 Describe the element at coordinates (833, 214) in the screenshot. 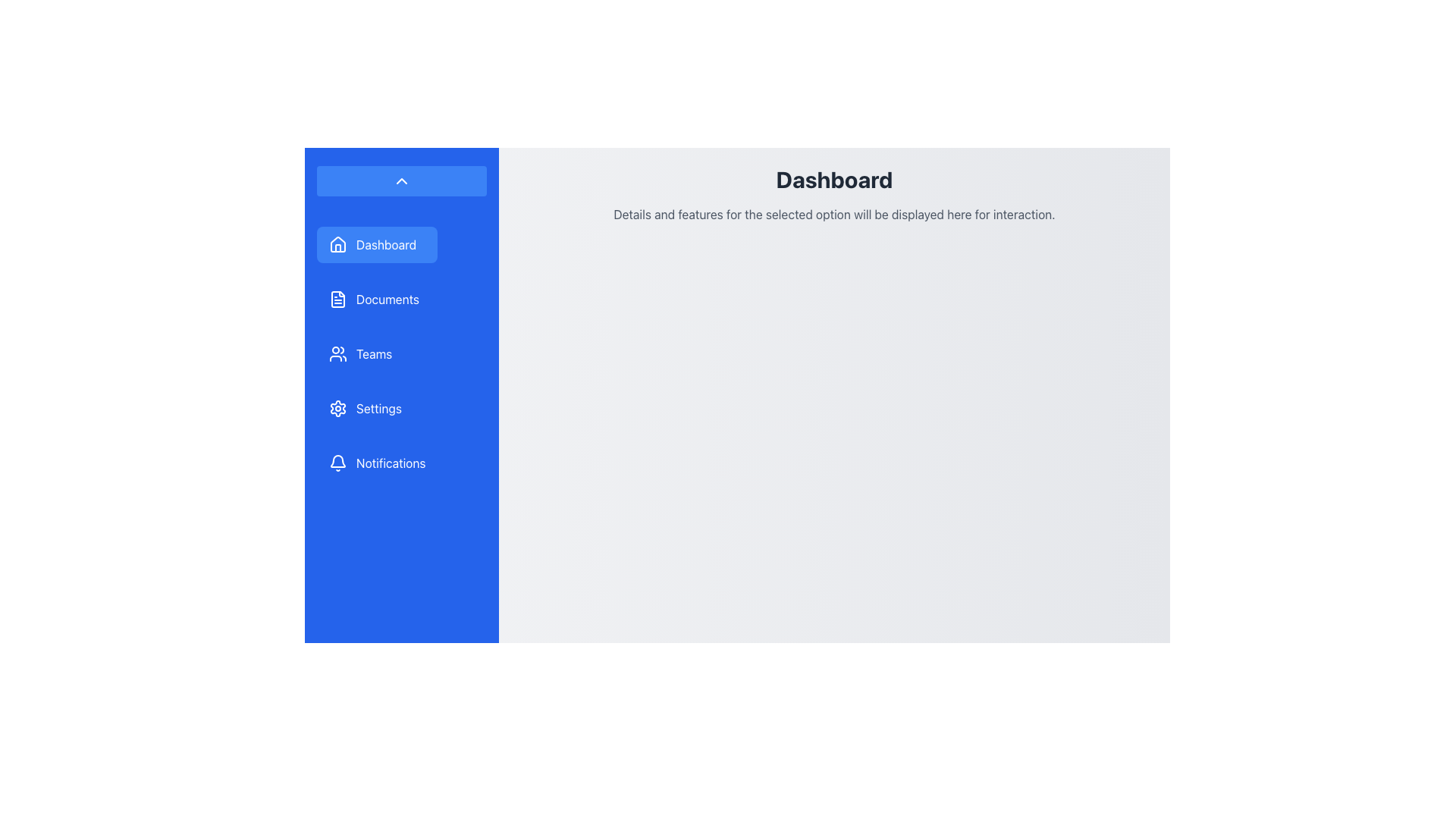

I see `the Static Text Block located below the 'Dashboard' header, which provides informational content for users` at that location.